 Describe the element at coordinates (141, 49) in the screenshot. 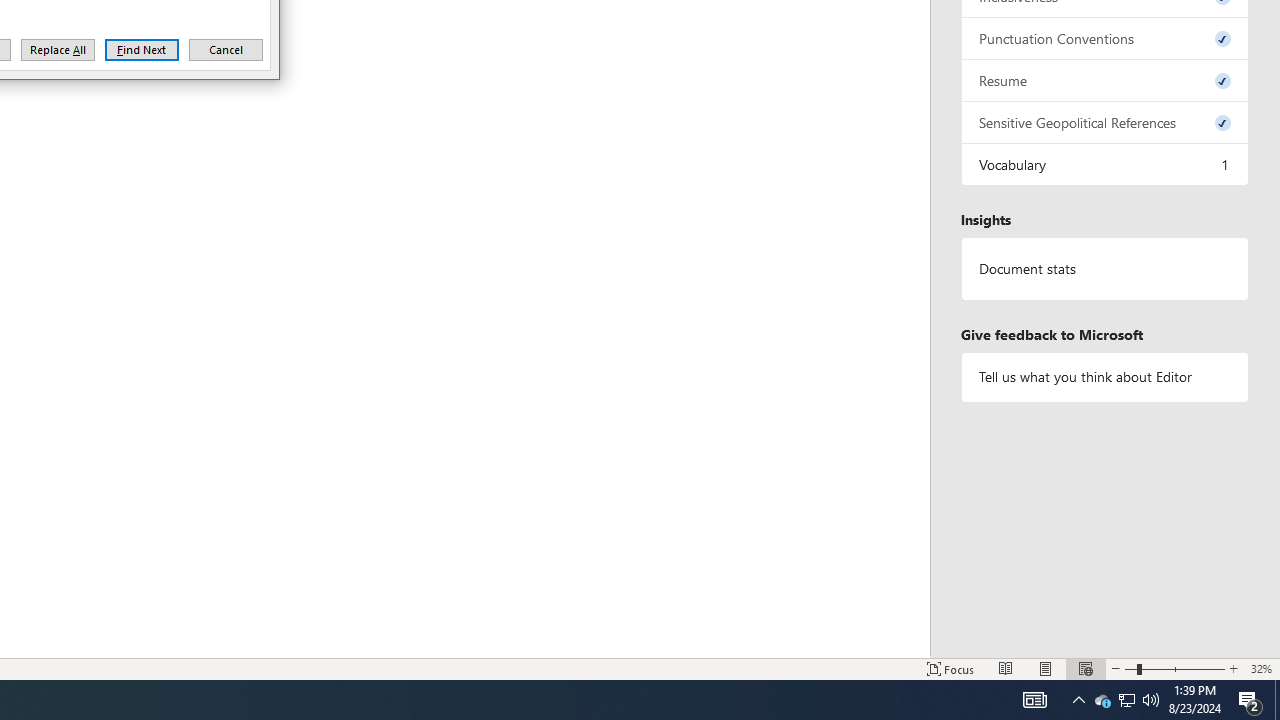

I see `'Find Next'` at that location.